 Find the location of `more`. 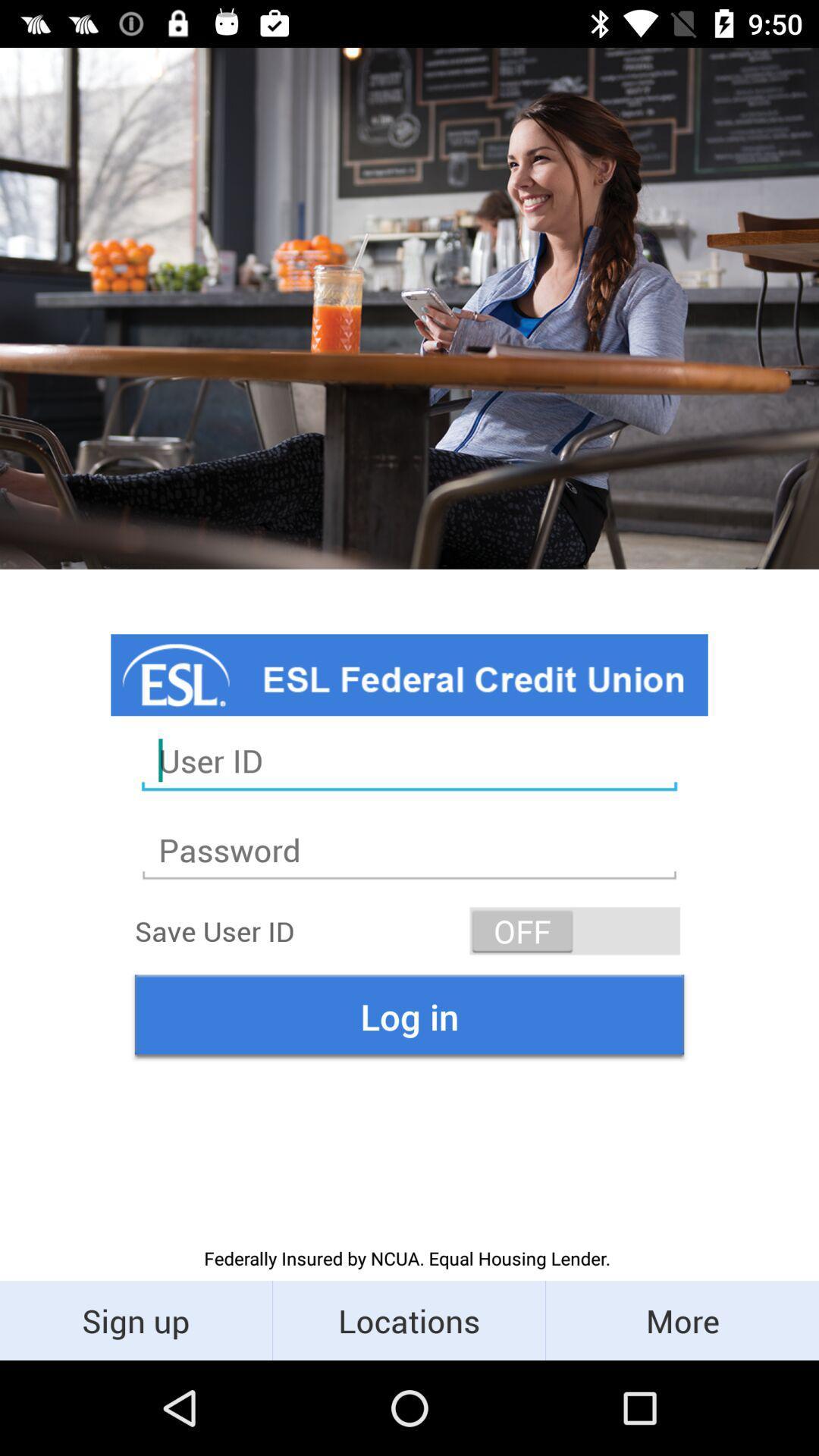

more is located at coordinates (681, 1319).